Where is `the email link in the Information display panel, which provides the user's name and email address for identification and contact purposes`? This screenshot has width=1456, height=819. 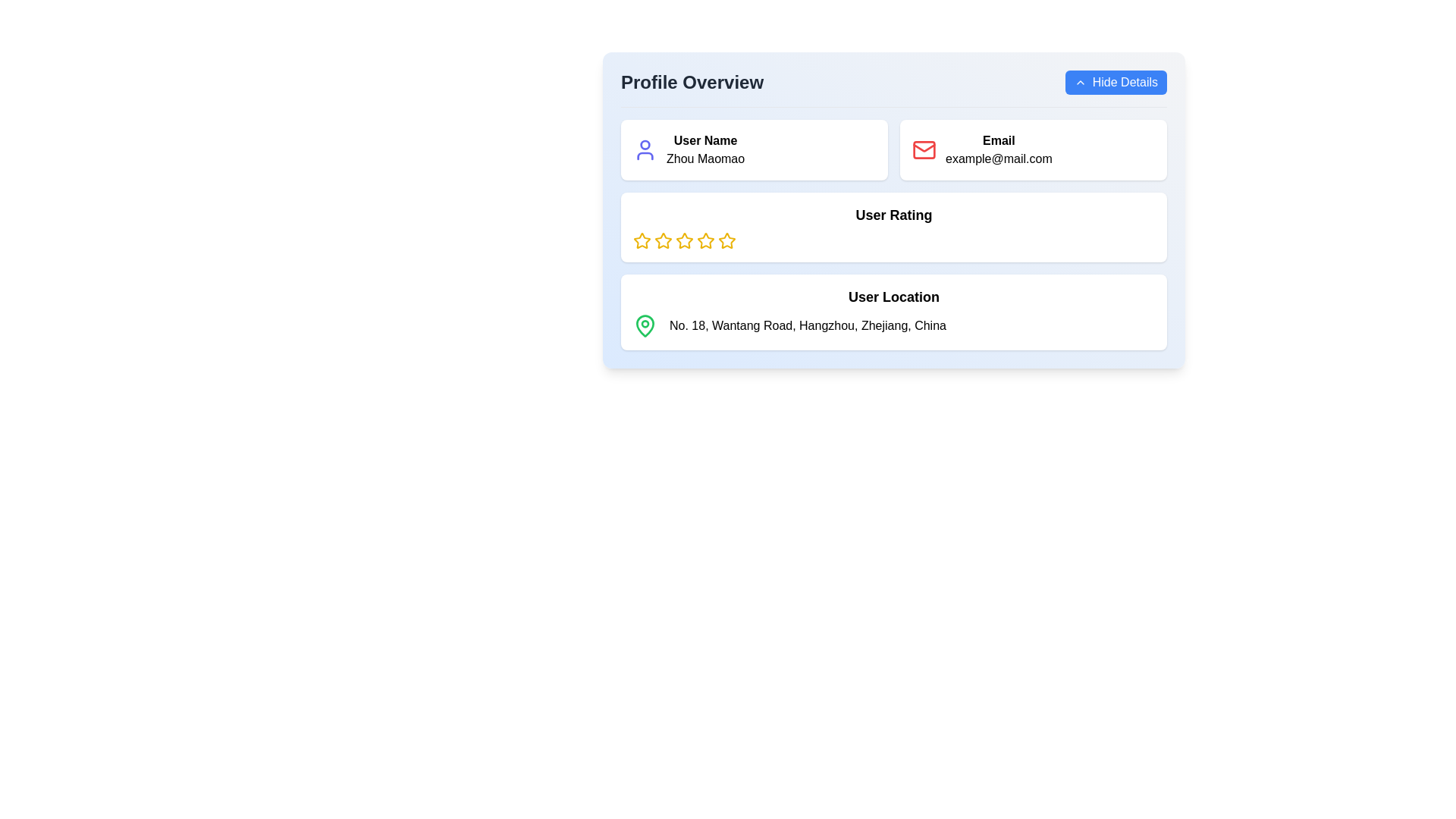
the email link in the Information display panel, which provides the user's name and email address for identification and contact purposes is located at coordinates (894, 149).